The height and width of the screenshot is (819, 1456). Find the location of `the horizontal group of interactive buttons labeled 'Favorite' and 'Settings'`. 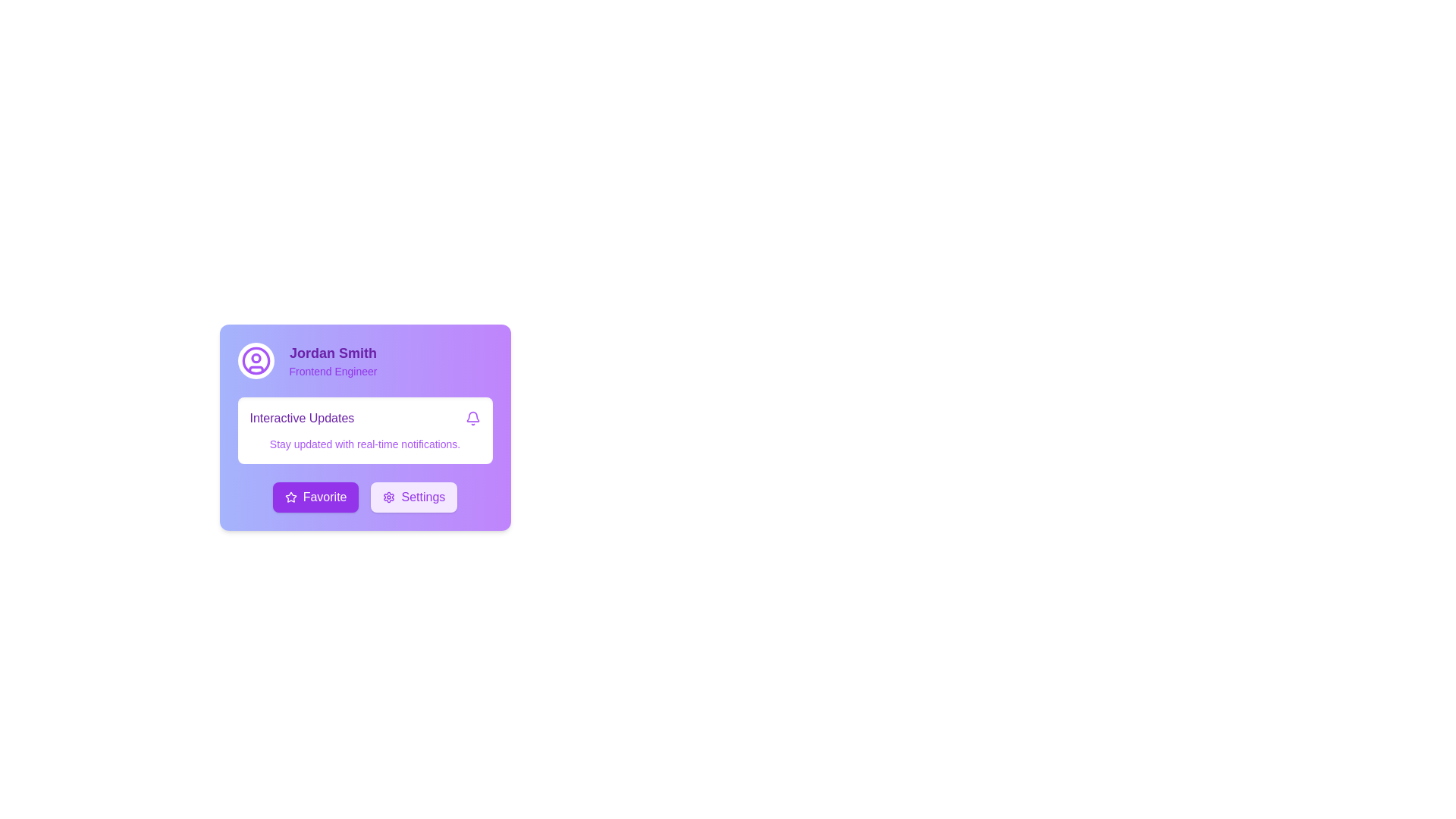

the horizontal group of interactive buttons labeled 'Favorite' and 'Settings' is located at coordinates (365, 497).